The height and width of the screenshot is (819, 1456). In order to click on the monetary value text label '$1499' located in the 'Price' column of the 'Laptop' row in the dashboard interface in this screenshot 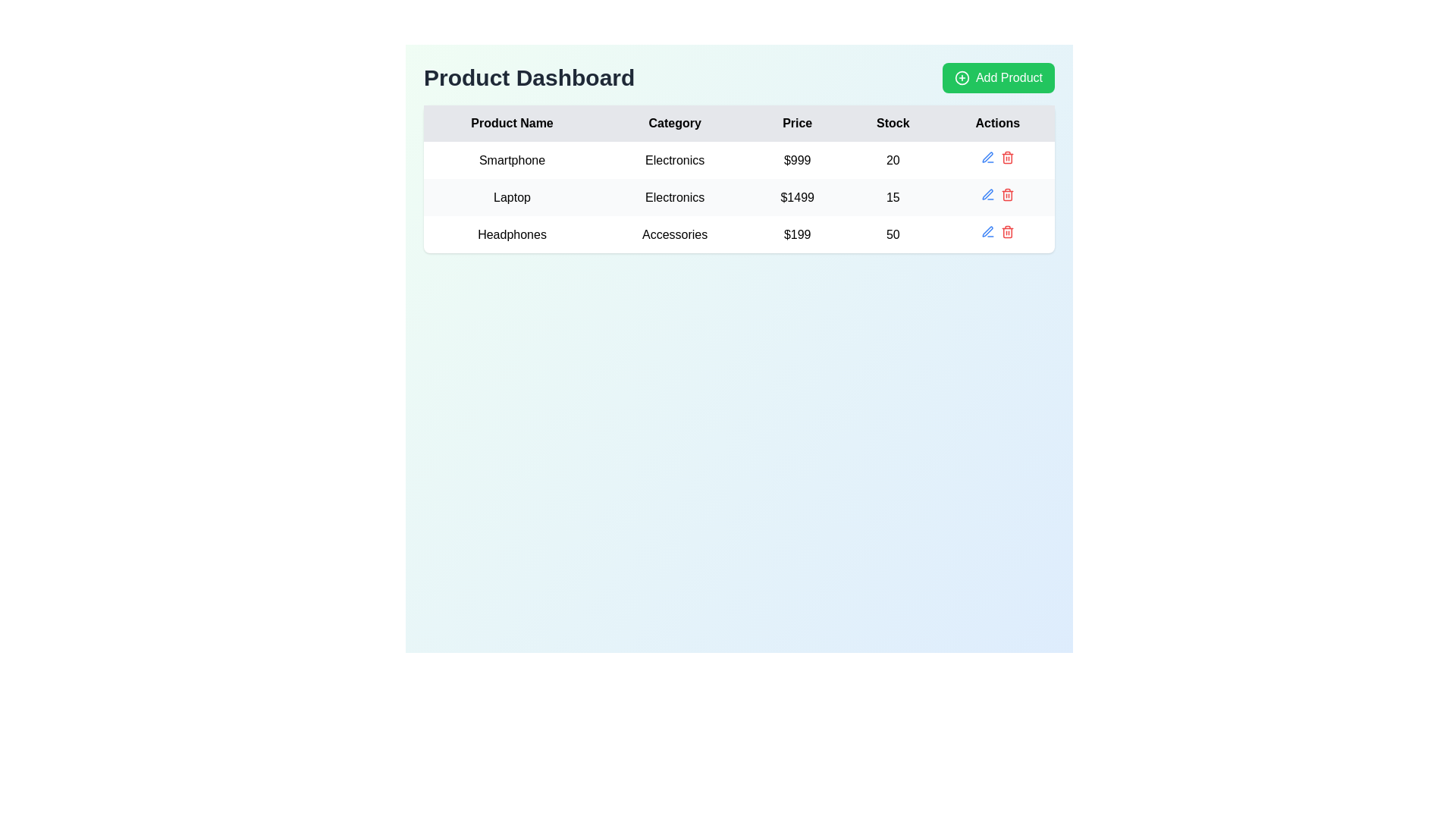, I will do `click(796, 196)`.